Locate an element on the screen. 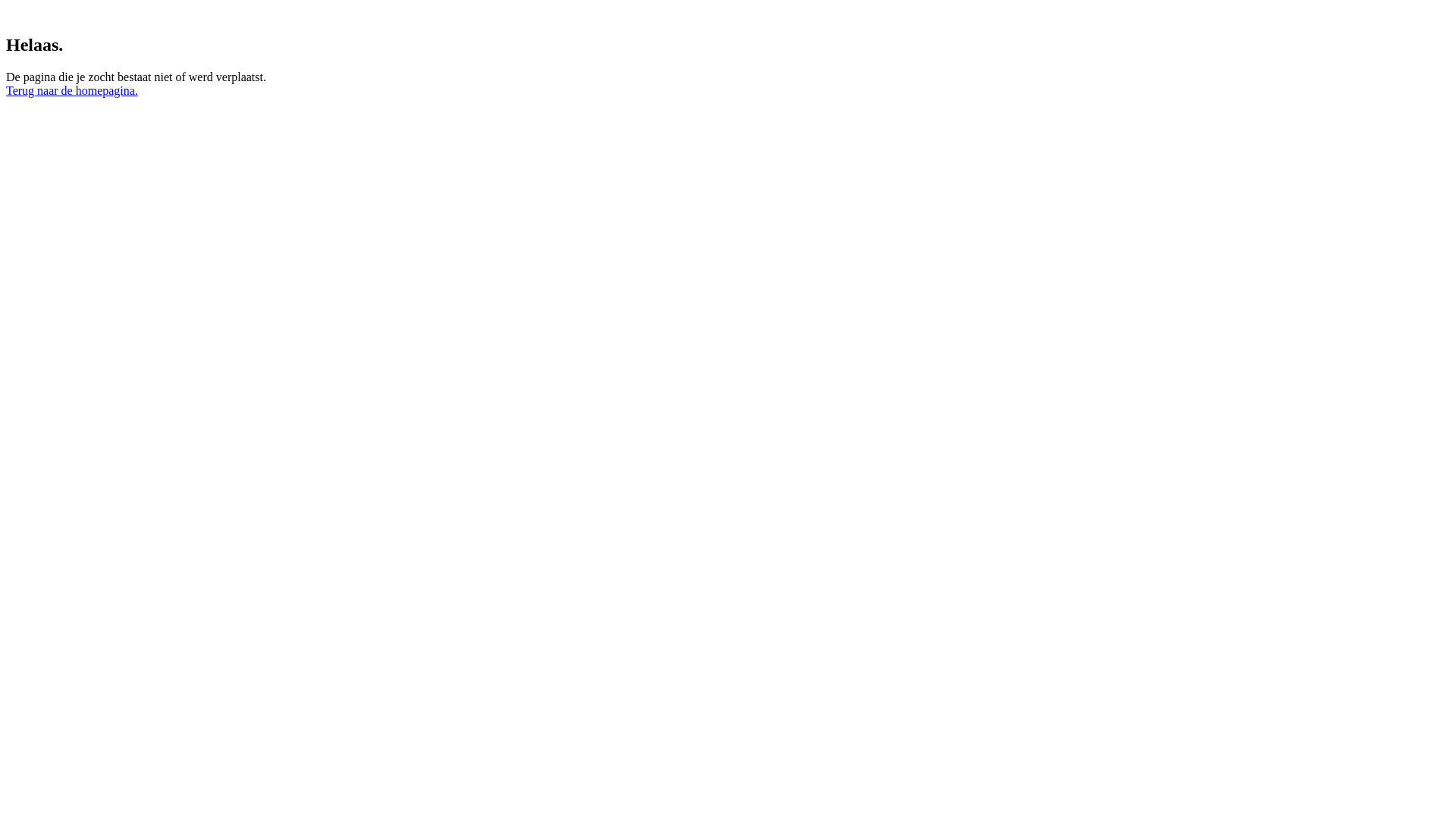  'Terug naar de homepagina.' is located at coordinates (71, 90).